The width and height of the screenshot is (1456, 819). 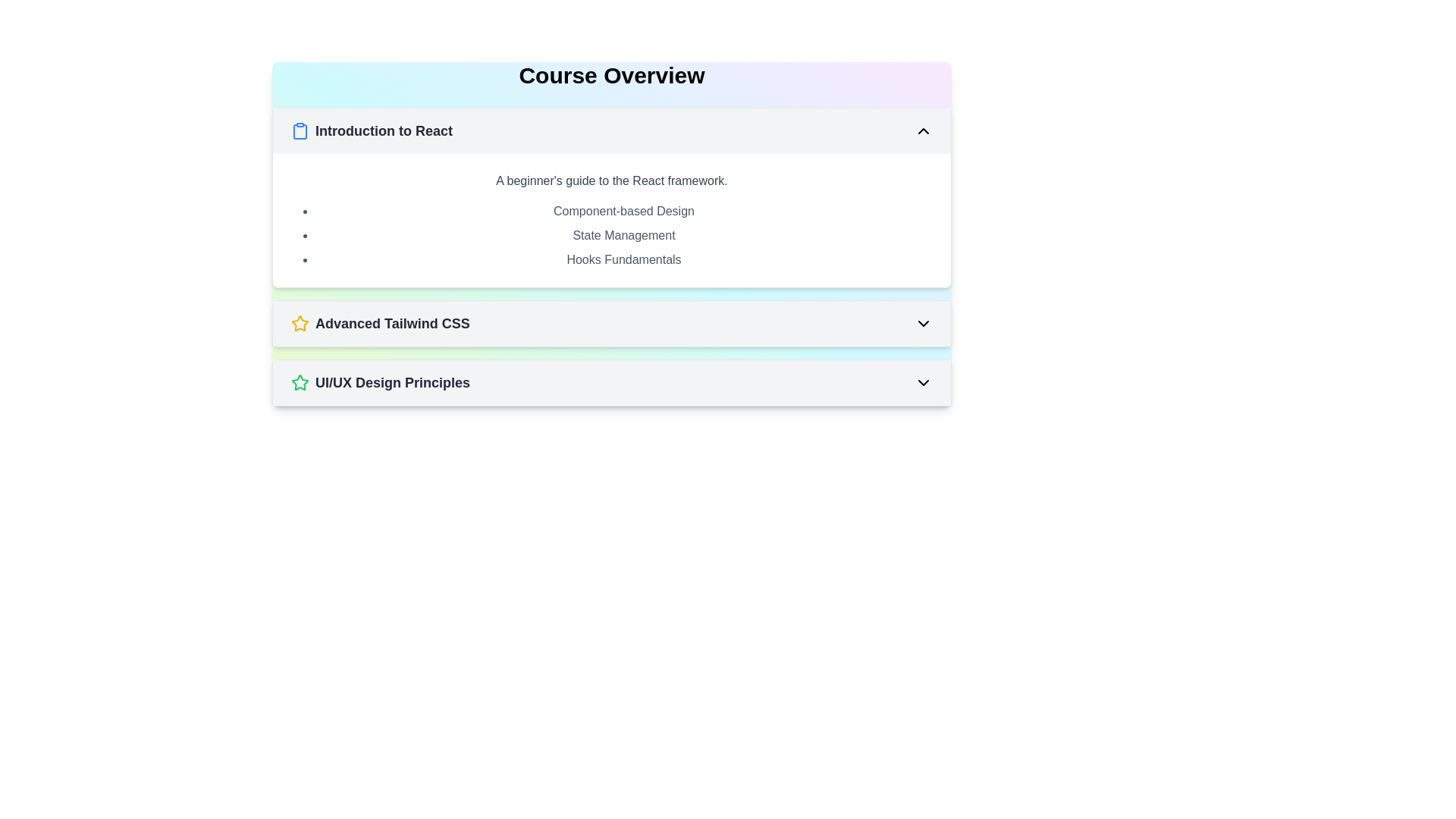 What do you see at coordinates (300, 382) in the screenshot?
I see `the star-shaped icon with a green outline and white fill, located to the left of the 'UI/UX Design Principles' text` at bounding box center [300, 382].